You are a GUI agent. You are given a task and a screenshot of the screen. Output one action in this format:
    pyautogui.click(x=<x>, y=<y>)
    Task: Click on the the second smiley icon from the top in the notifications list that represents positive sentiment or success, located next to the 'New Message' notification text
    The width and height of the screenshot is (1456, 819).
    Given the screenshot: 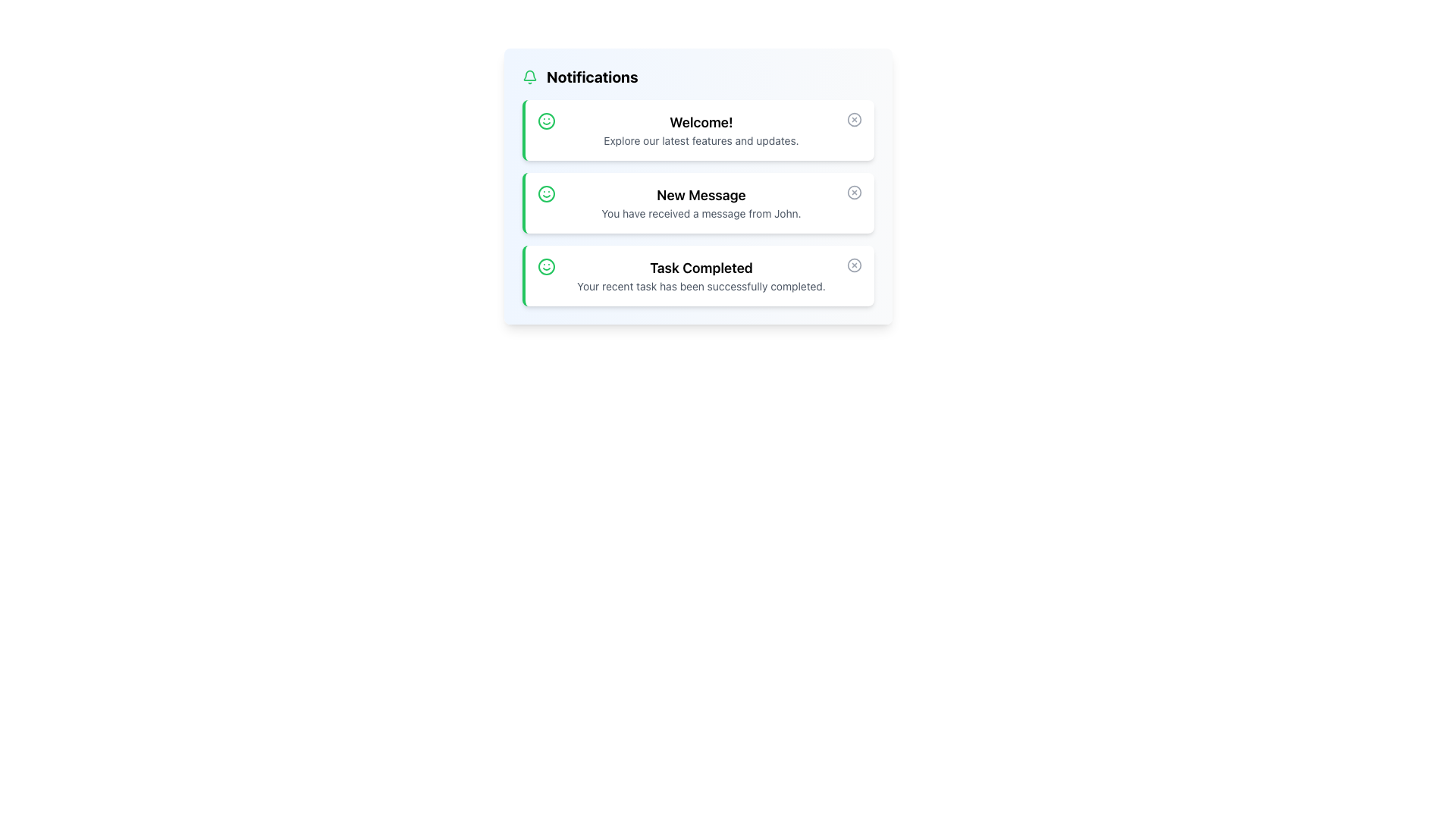 What is the action you would take?
    pyautogui.click(x=546, y=193)
    